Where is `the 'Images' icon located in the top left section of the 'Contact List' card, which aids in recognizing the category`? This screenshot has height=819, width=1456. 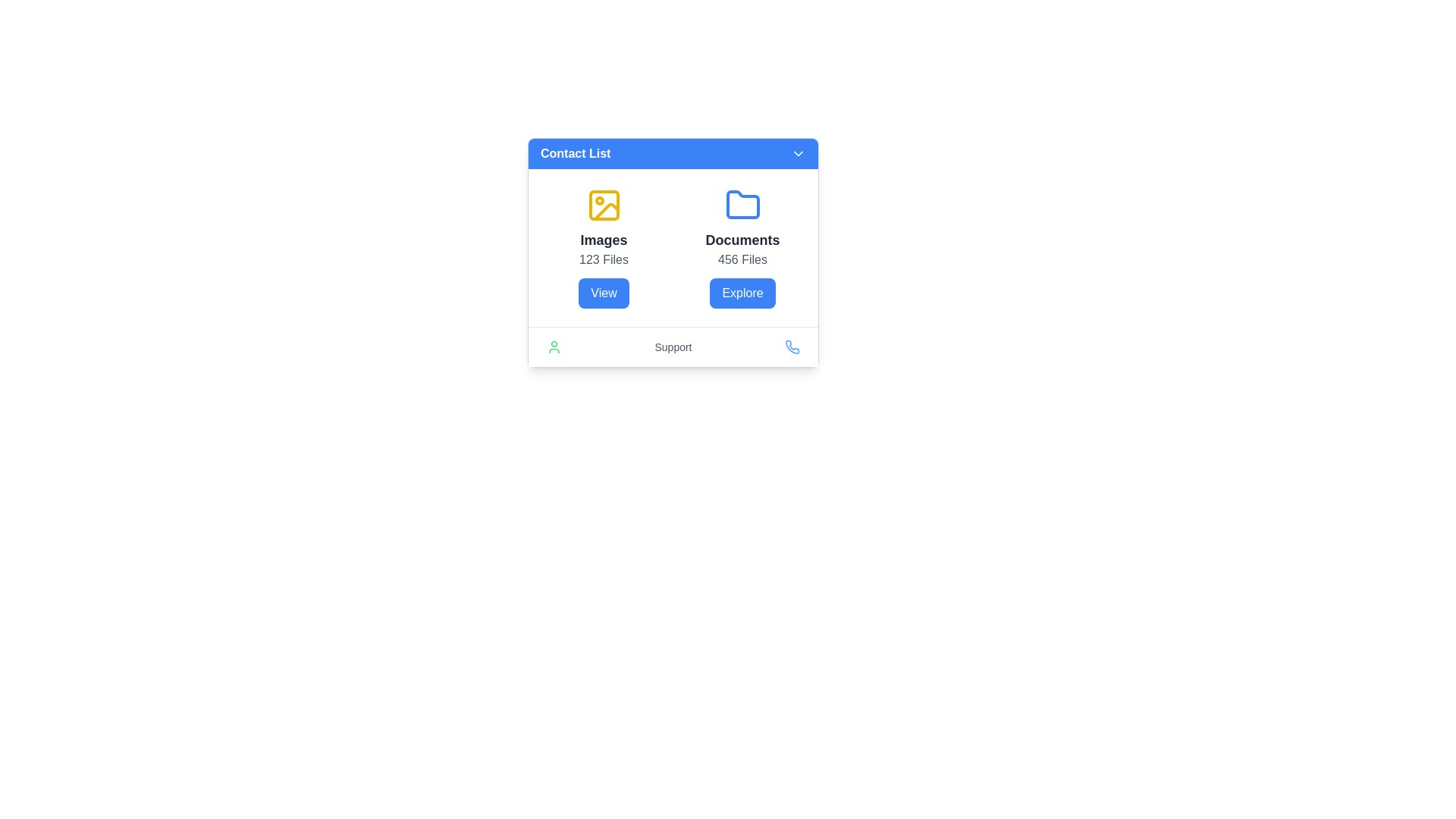 the 'Images' icon located in the top left section of the 'Contact List' card, which aids in recognizing the category is located at coordinates (603, 205).